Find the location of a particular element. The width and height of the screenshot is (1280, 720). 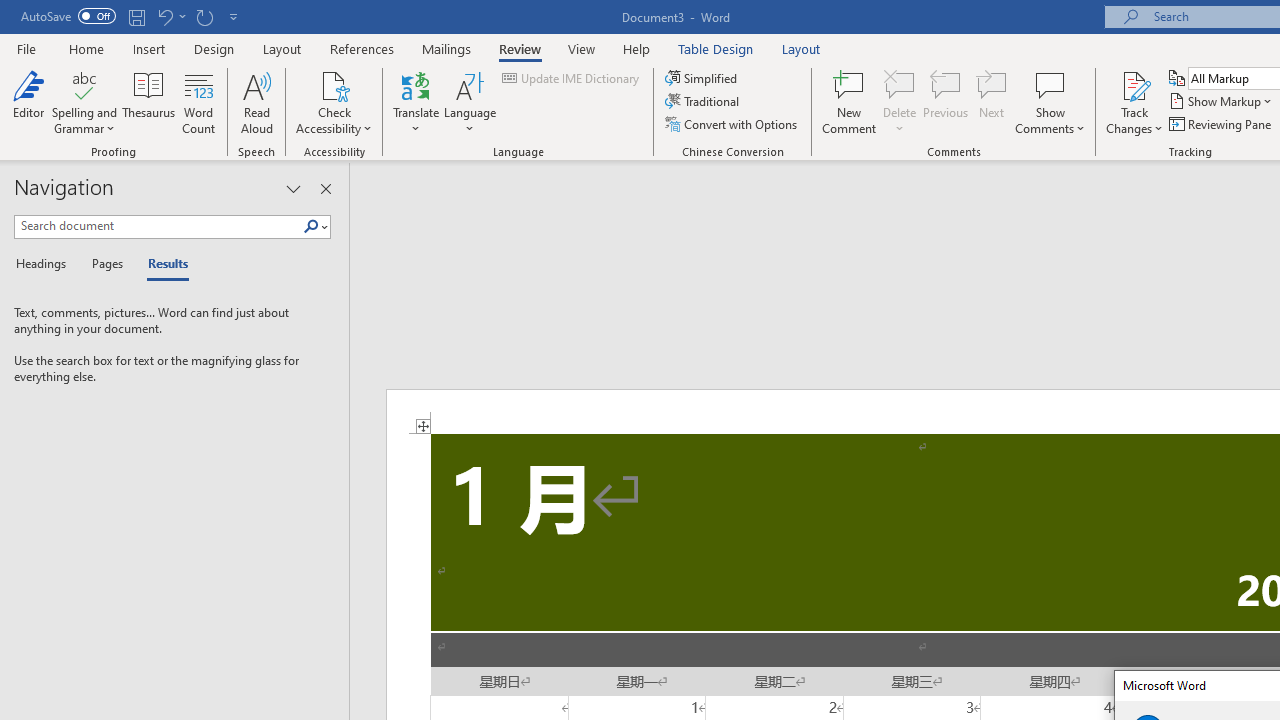

'Check Accessibility' is located at coordinates (334, 103).